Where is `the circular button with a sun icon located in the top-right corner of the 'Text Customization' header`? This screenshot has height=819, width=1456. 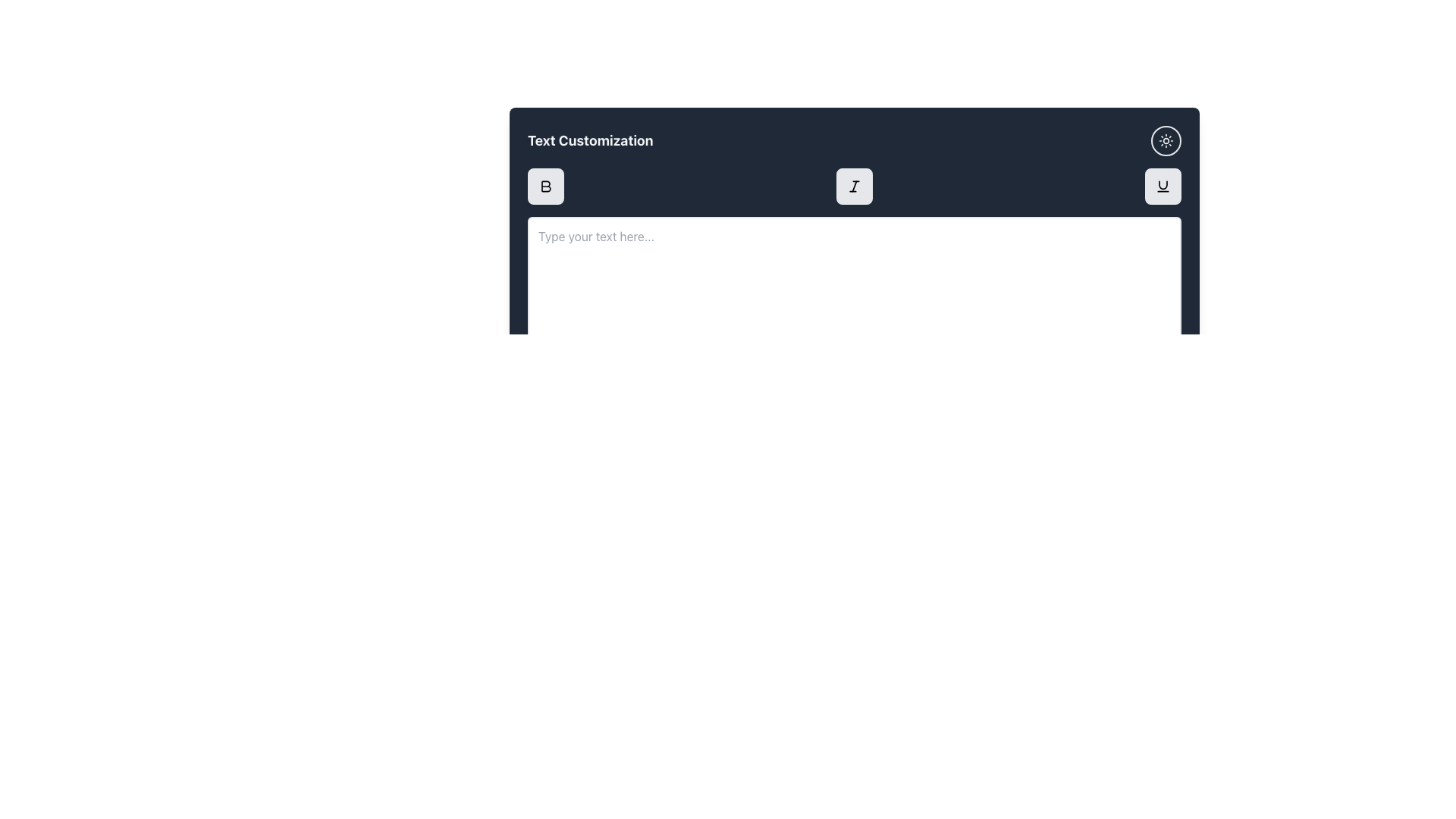 the circular button with a sun icon located in the top-right corner of the 'Text Customization' header is located at coordinates (1165, 140).